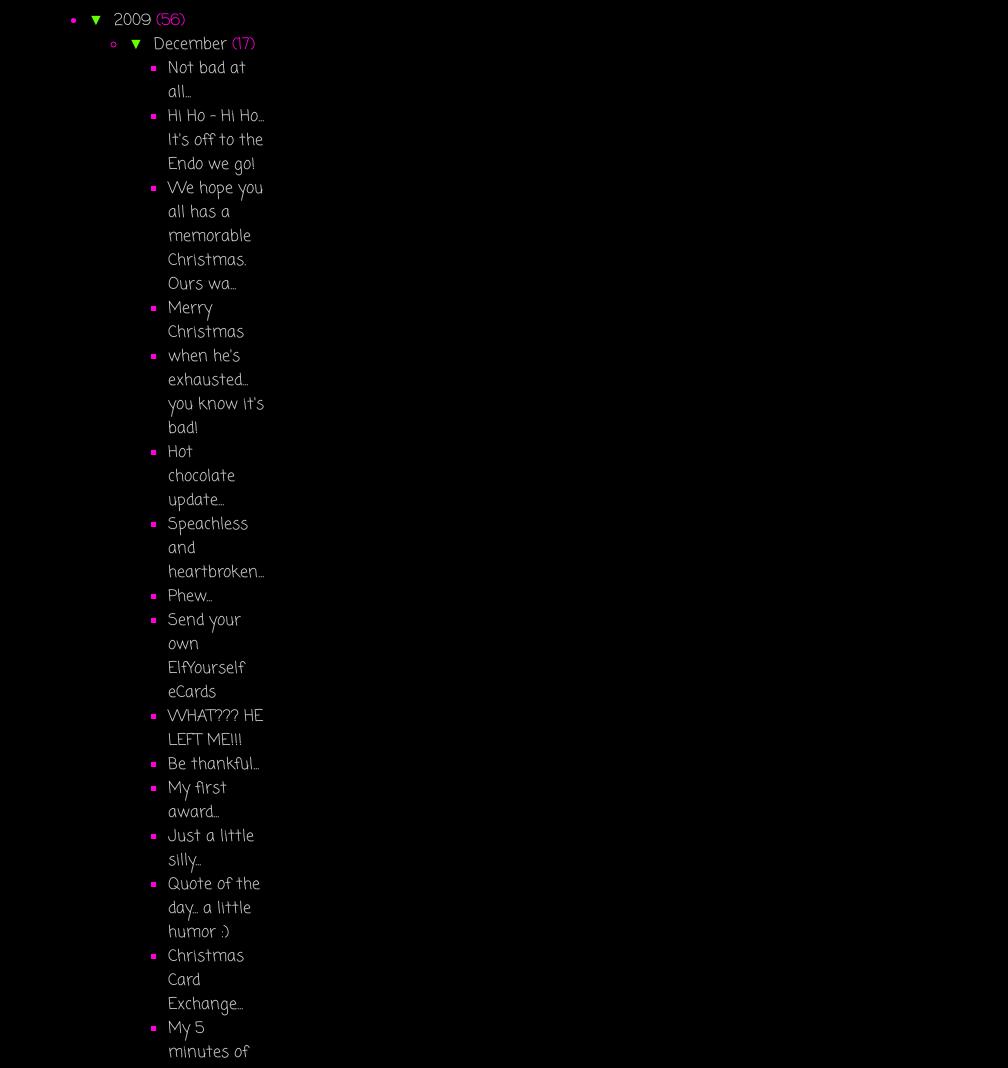  Describe the element at coordinates (216, 140) in the screenshot. I see `'Hi Ho - Hi Ho... It's off to the Endo we go!'` at that location.